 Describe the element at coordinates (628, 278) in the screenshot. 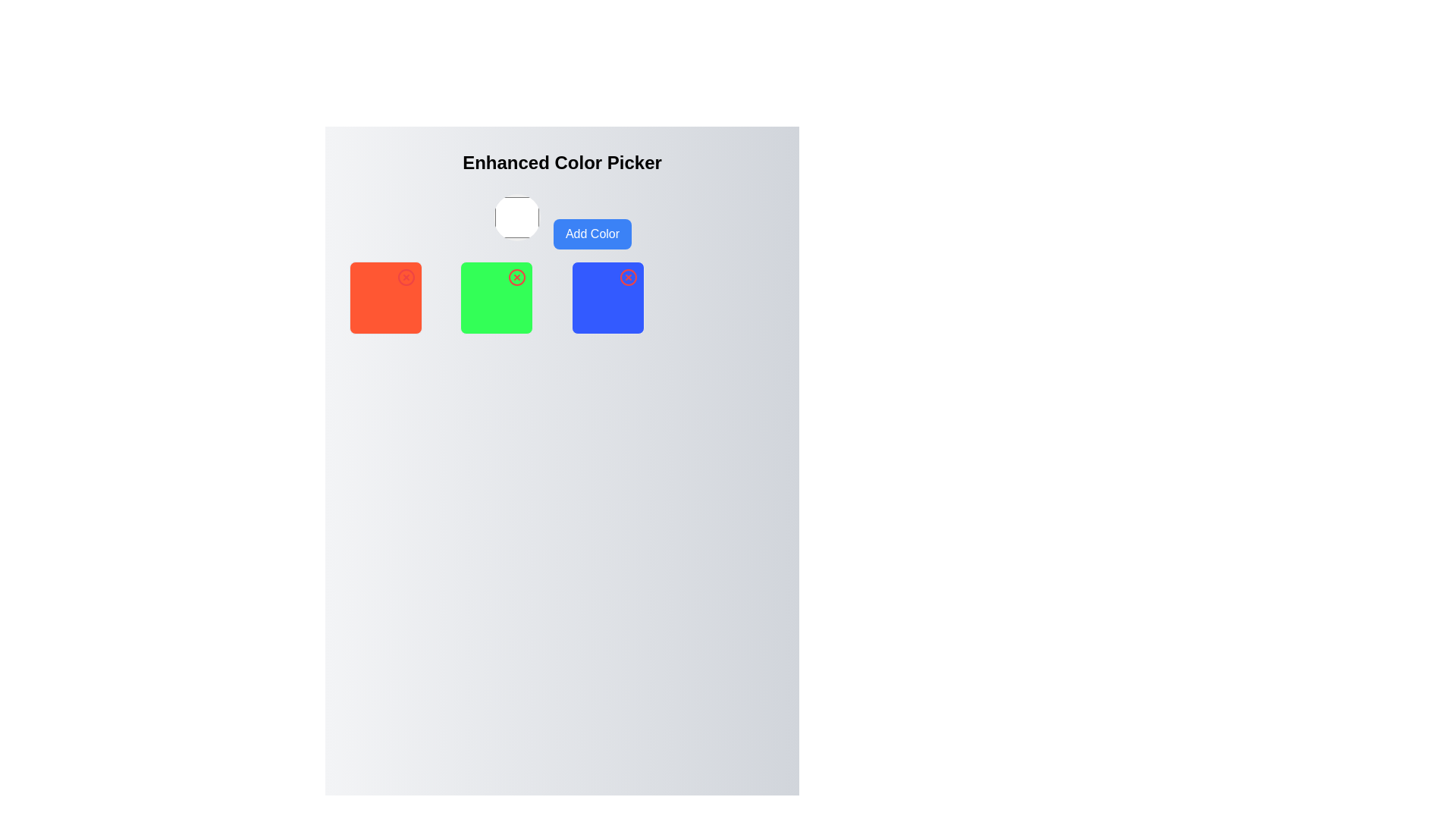

I see `the delete button located on the top right corner of the blue square item in the color selector panel` at that location.